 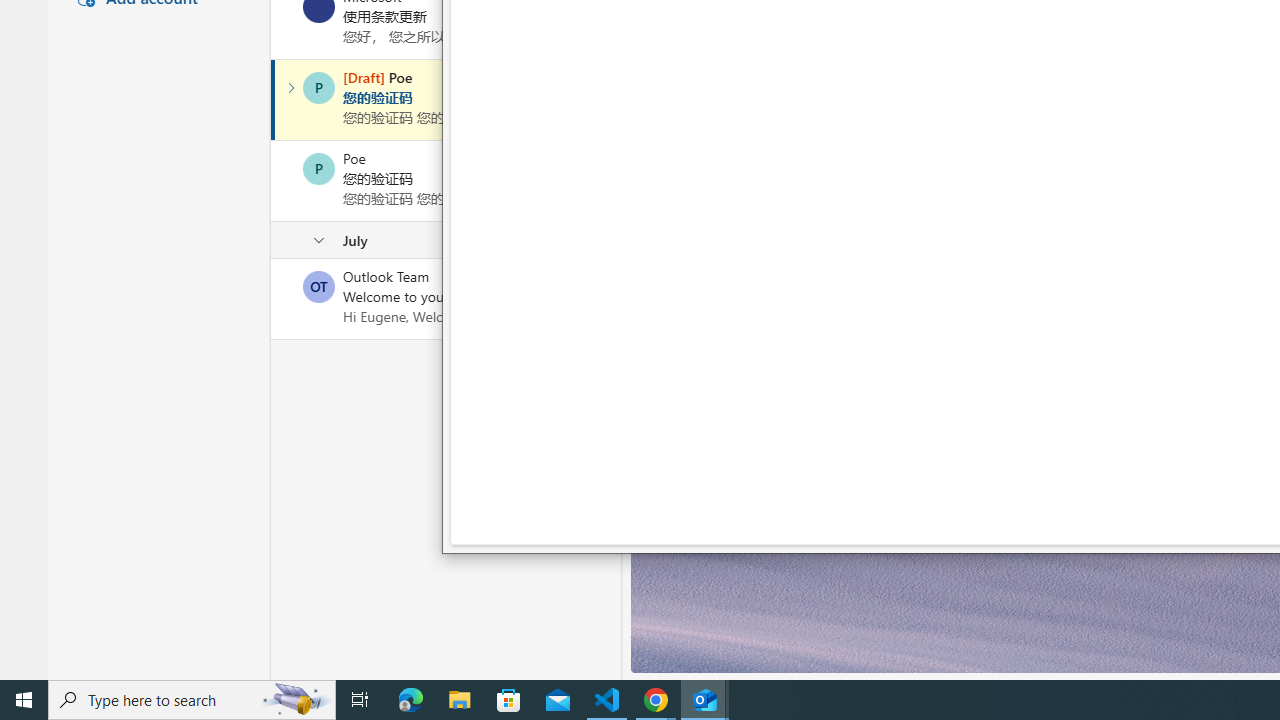 I want to click on 'Poe', so click(x=318, y=167).